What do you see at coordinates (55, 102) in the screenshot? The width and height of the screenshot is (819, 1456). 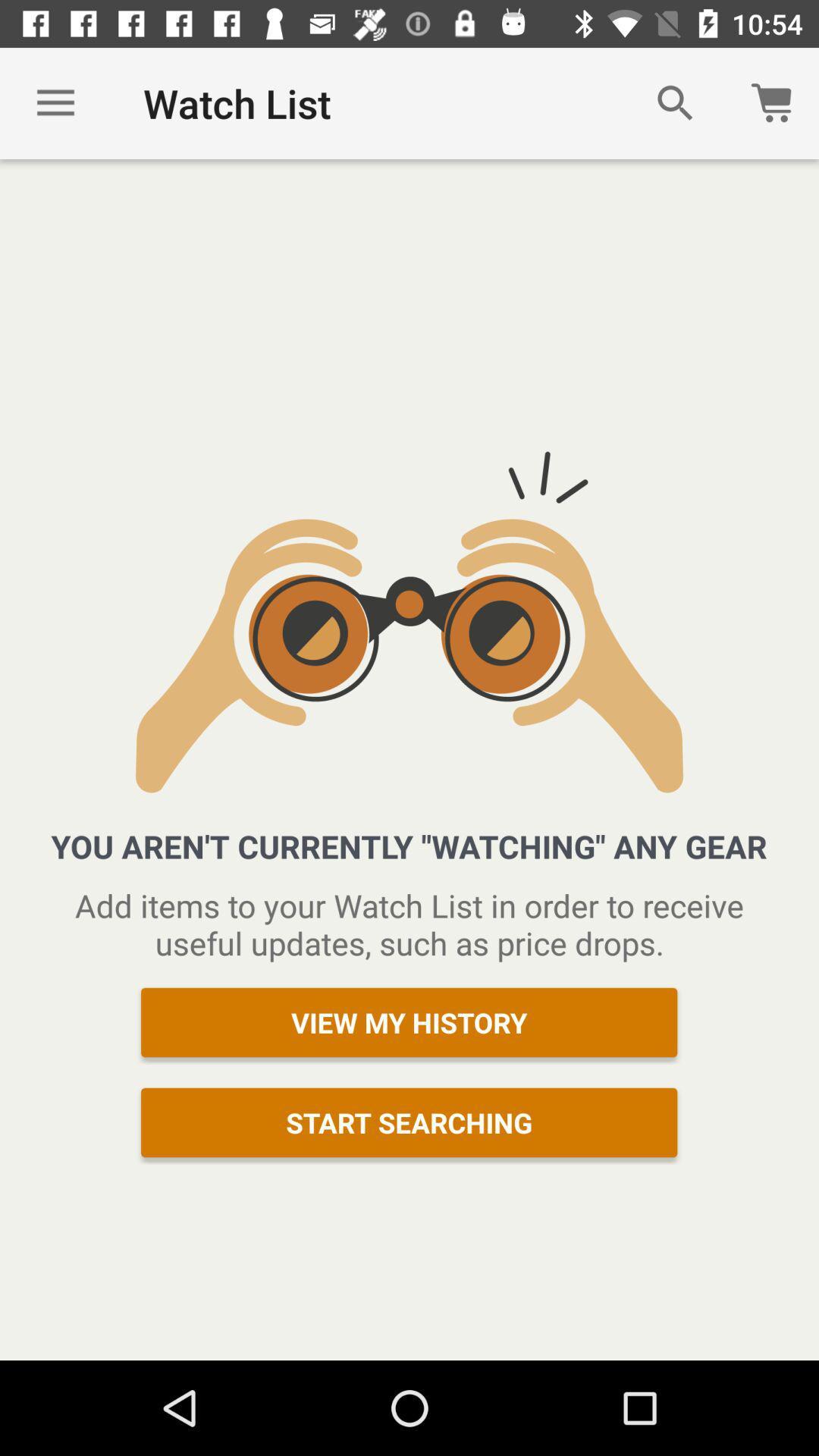 I see `the icon next to the watch list icon` at bounding box center [55, 102].